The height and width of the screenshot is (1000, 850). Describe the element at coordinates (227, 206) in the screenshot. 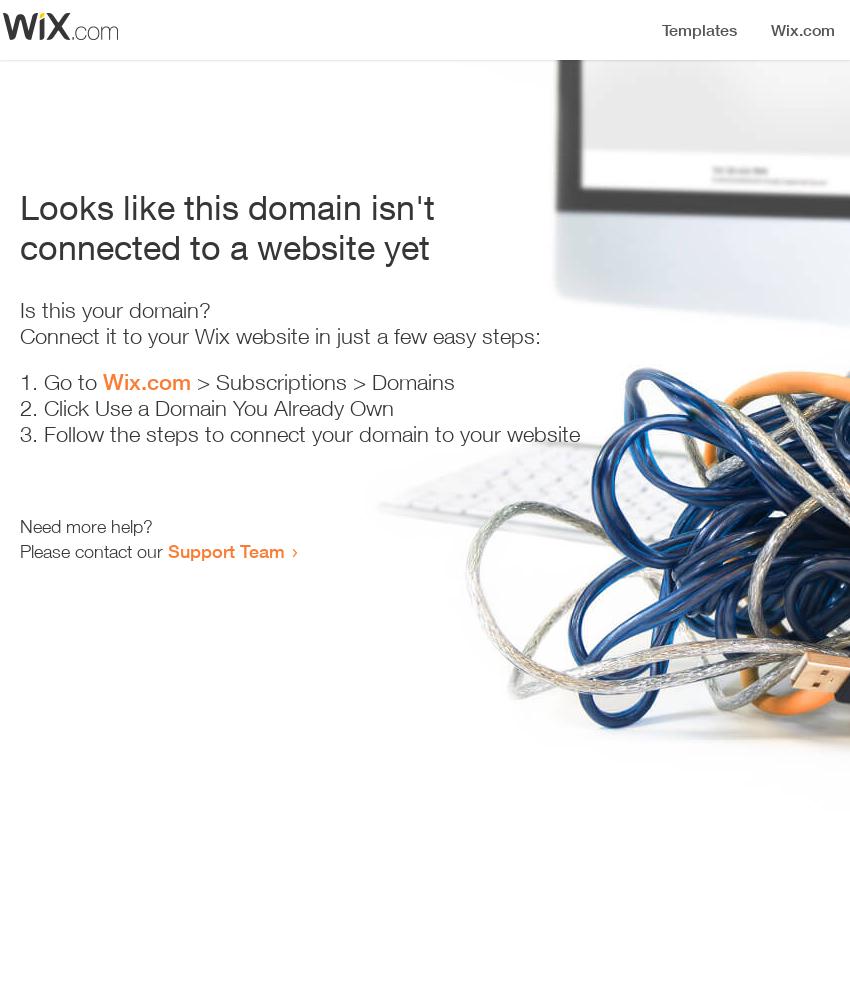

I see `'Looks like this domain isn't'` at that location.